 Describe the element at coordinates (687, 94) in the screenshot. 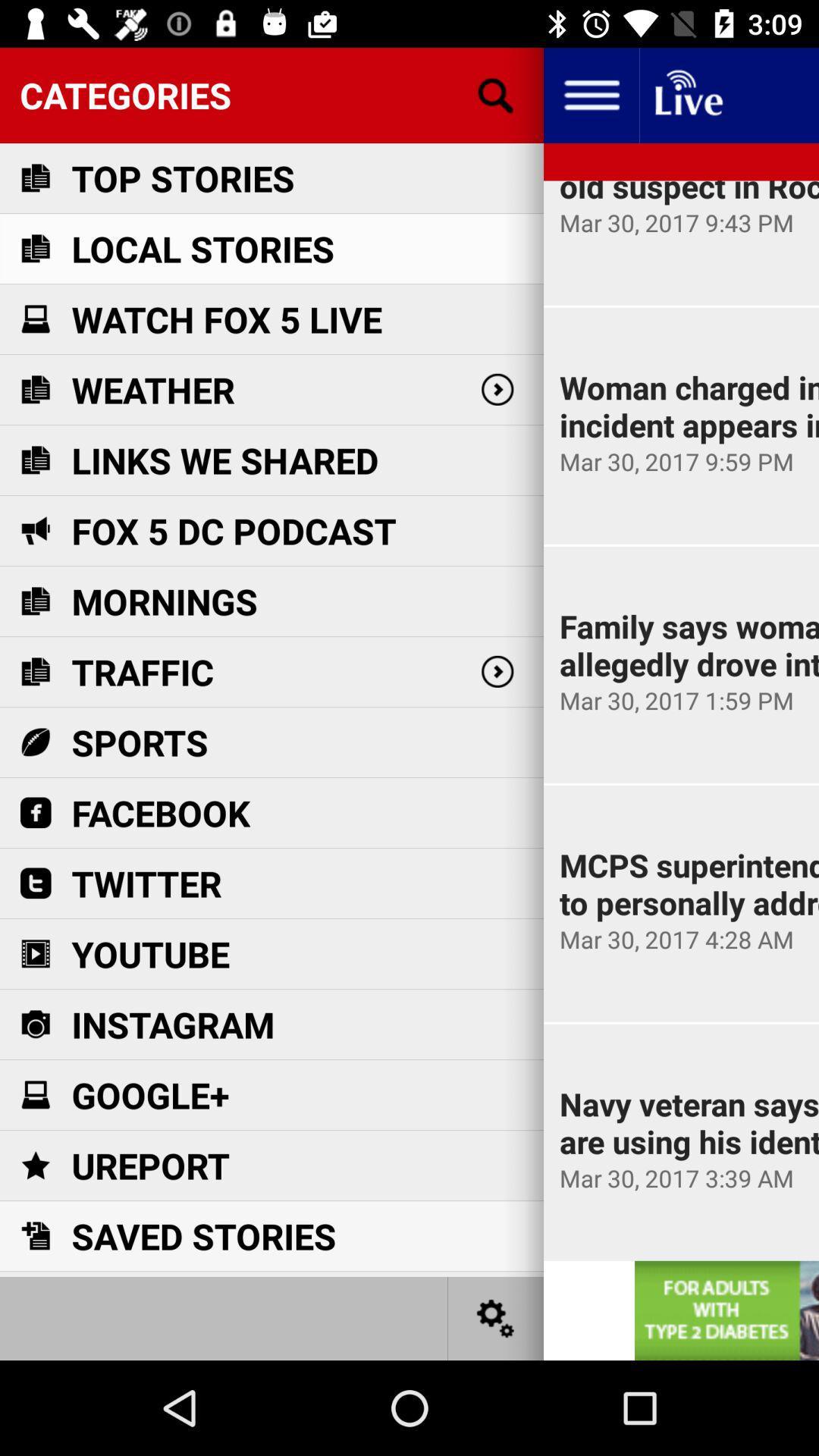

I see `live option` at that location.